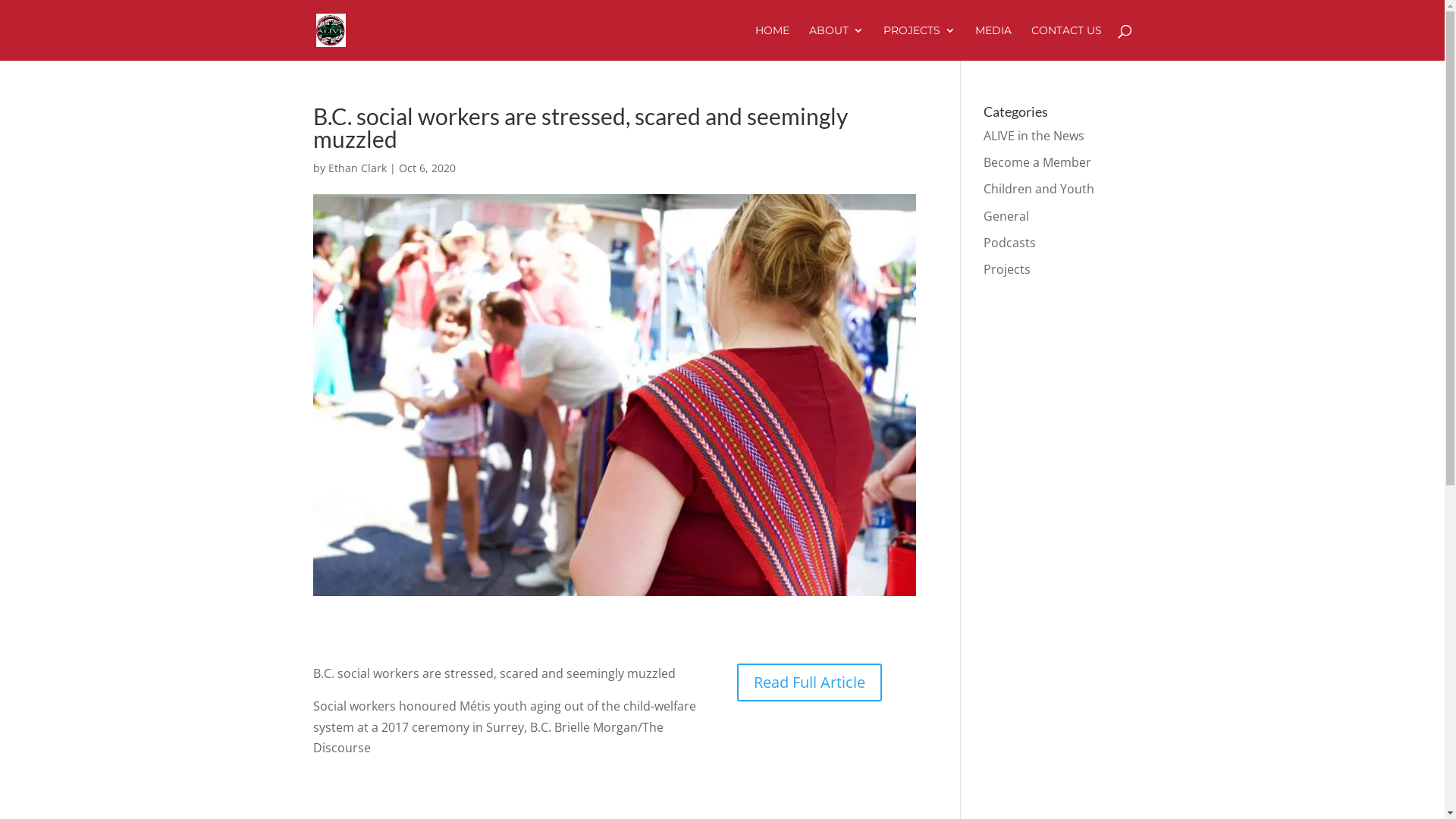  What do you see at coordinates (993, 42) in the screenshot?
I see `'MEDIA'` at bounding box center [993, 42].